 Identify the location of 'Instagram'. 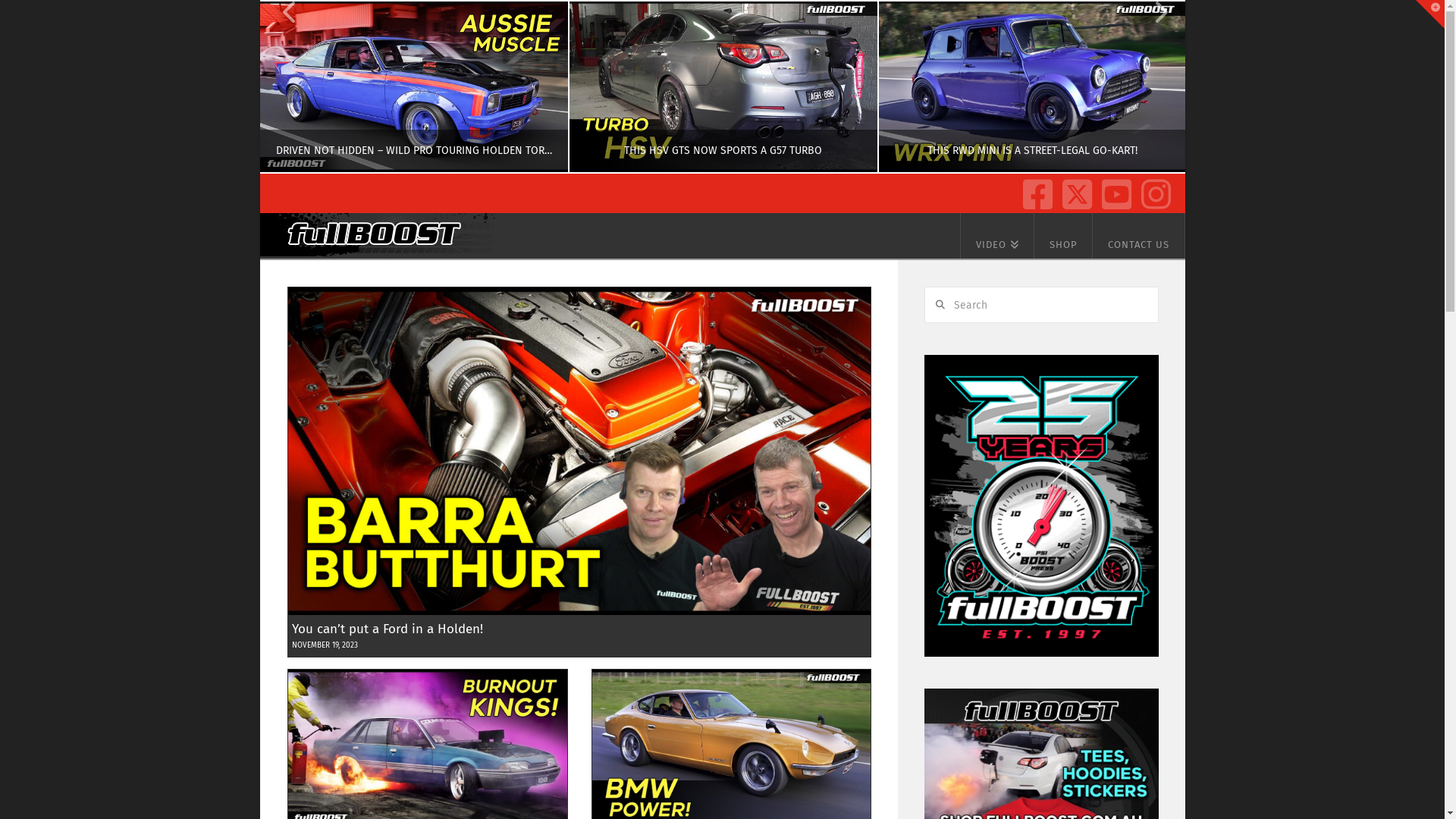
(1153, 189).